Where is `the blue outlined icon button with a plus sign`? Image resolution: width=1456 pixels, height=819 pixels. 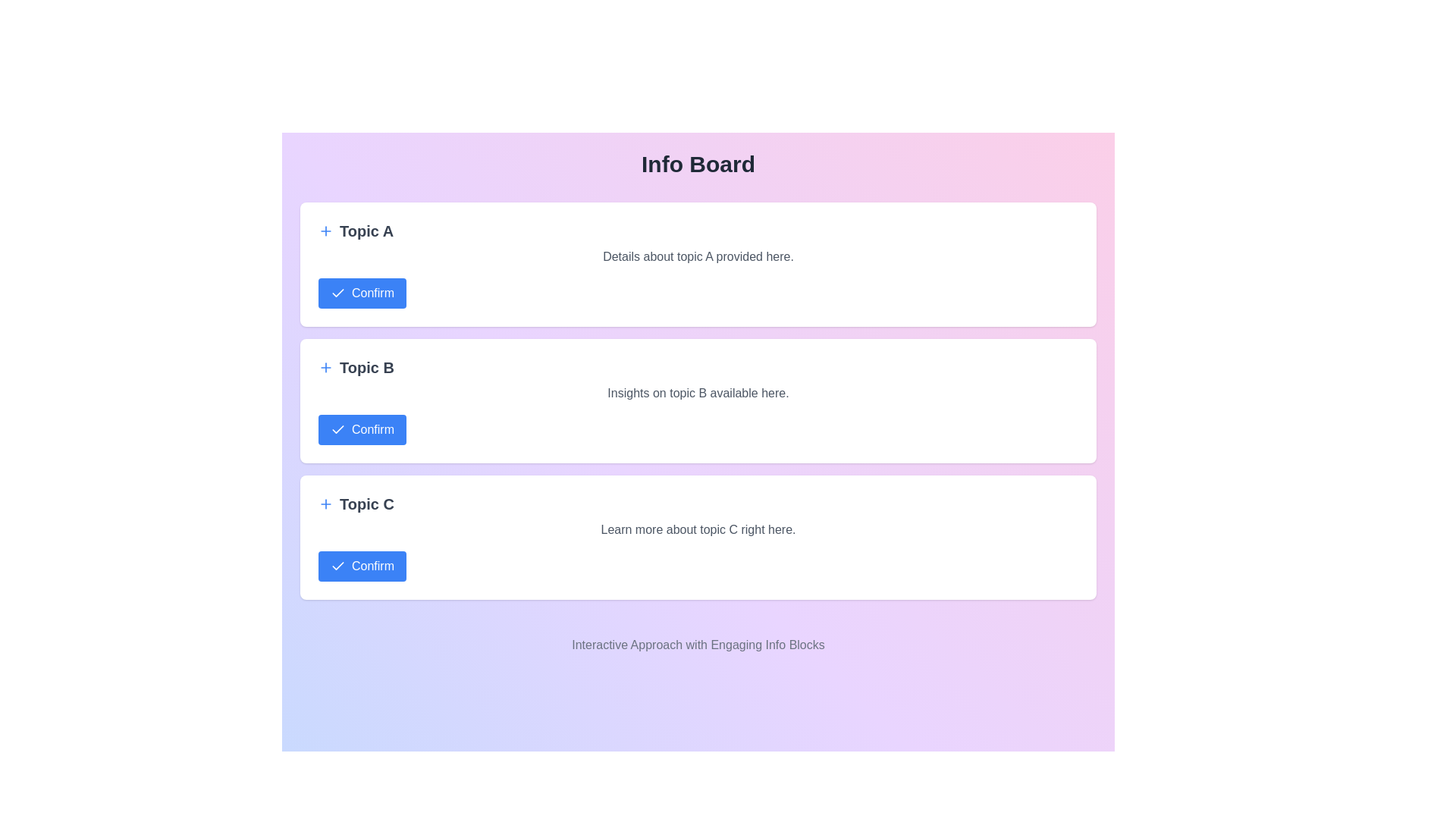
the blue outlined icon button with a plus sign is located at coordinates (325, 368).